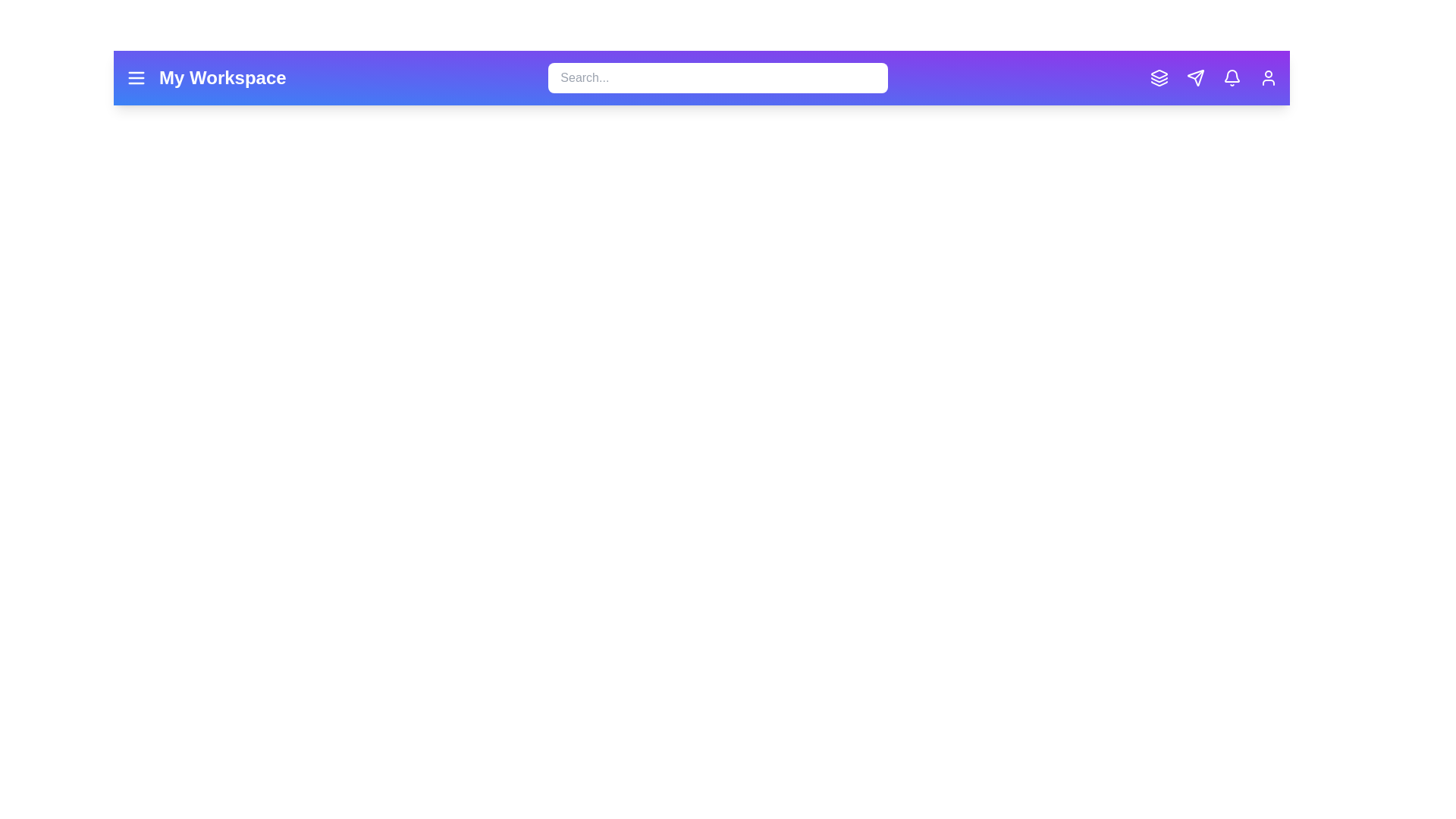 The width and height of the screenshot is (1456, 819). Describe the element at coordinates (1195, 78) in the screenshot. I see `the navigation icon Messages` at that location.